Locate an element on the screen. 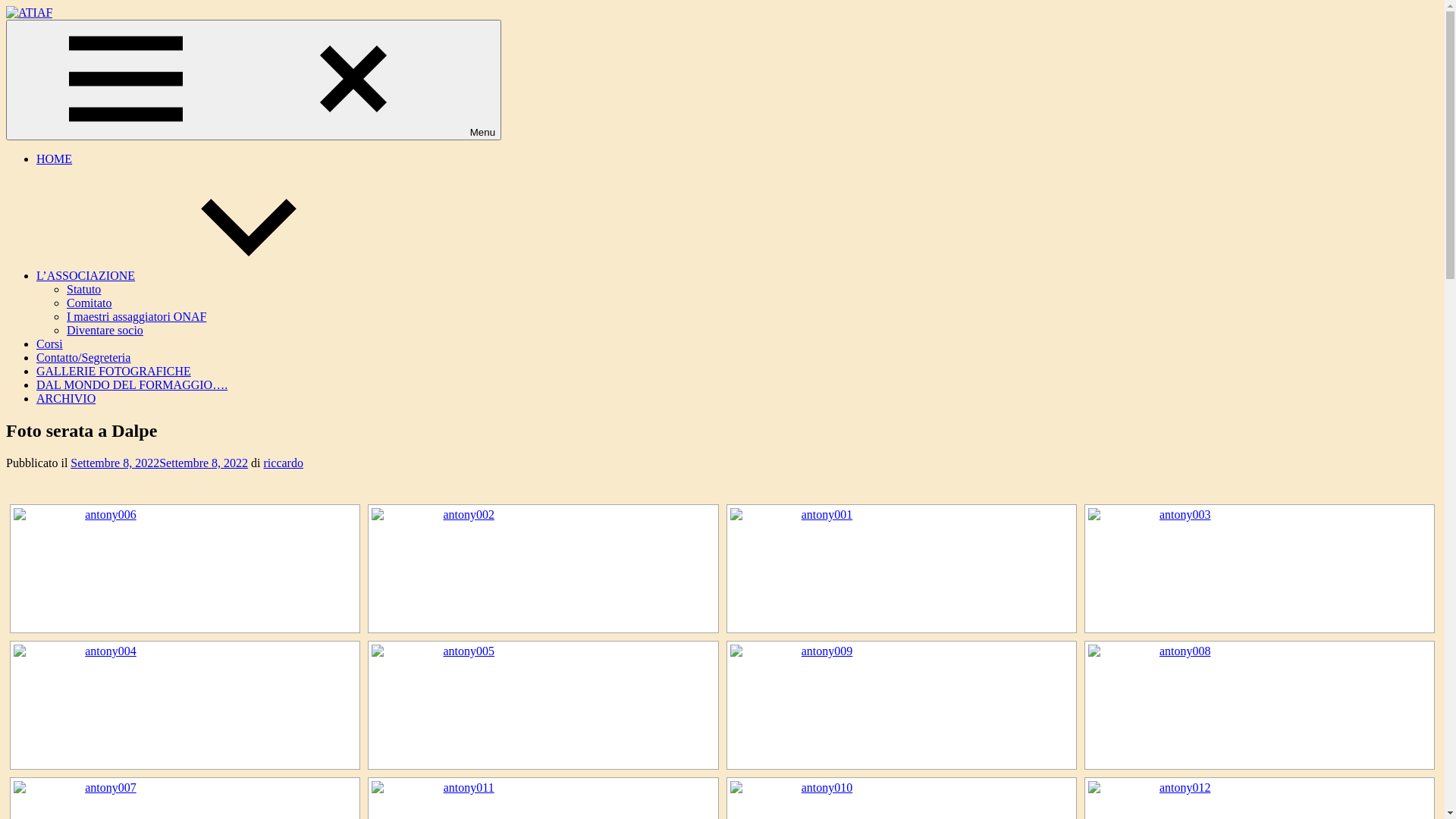 This screenshot has height=819, width=1456. 'GALLERIE FOTOGRAFICHE' is located at coordinates (112, 371).